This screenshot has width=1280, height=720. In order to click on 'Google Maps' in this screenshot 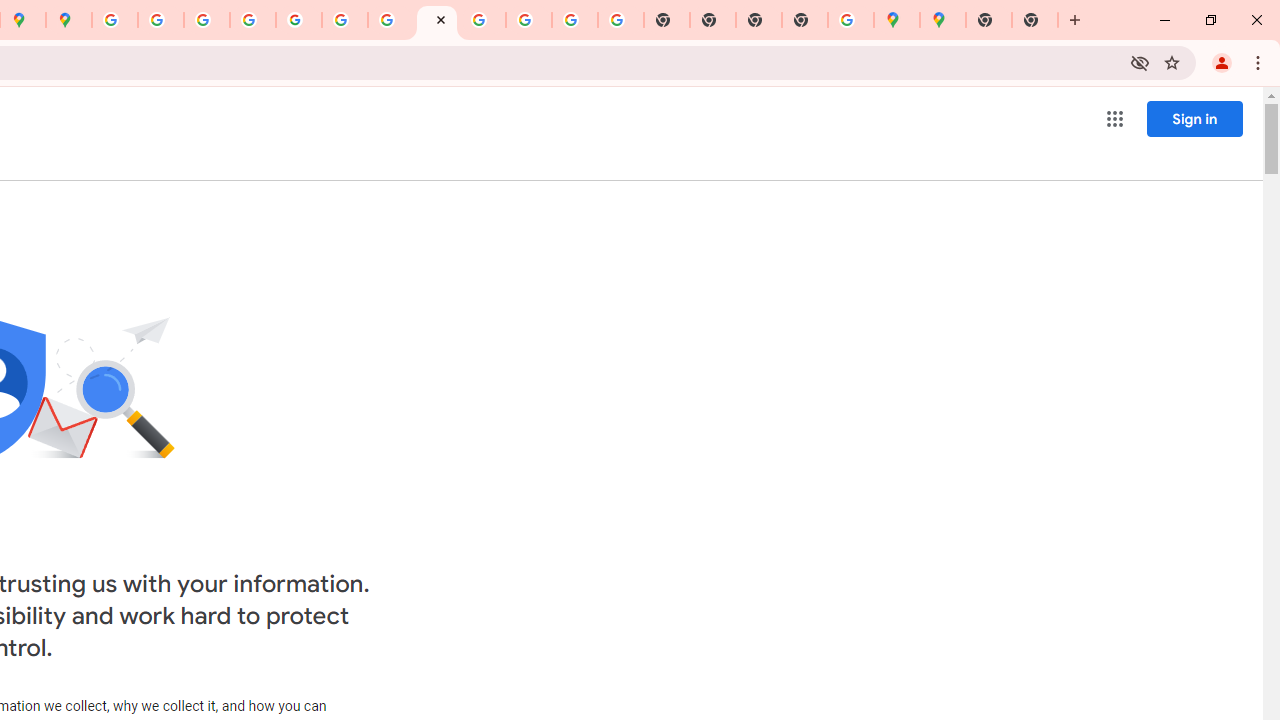, I will do `click(896, 20)`.